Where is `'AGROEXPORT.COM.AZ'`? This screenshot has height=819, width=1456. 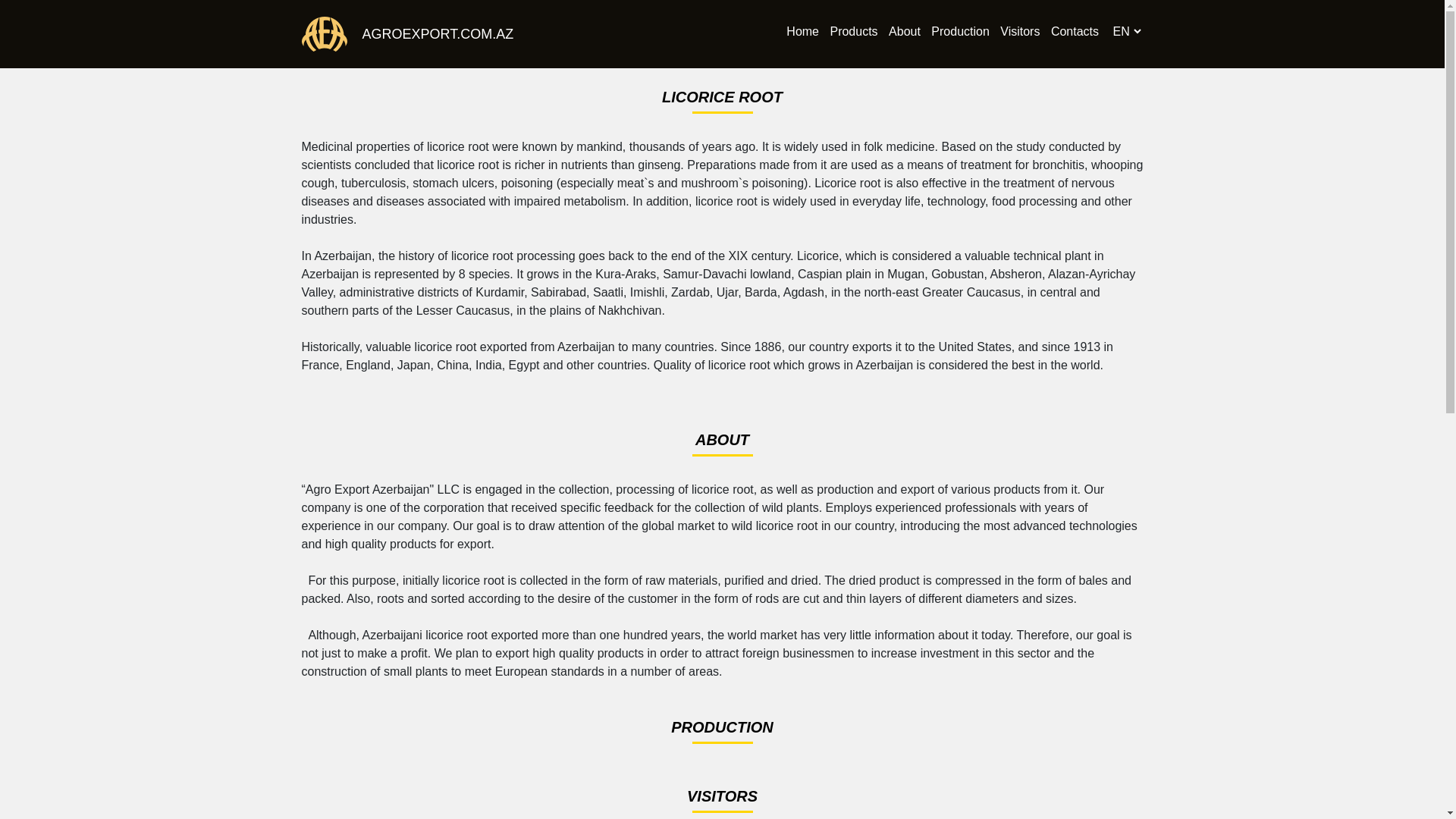 'AGROEXPORT.COM.AZ' is located at coordinates (429, 34).